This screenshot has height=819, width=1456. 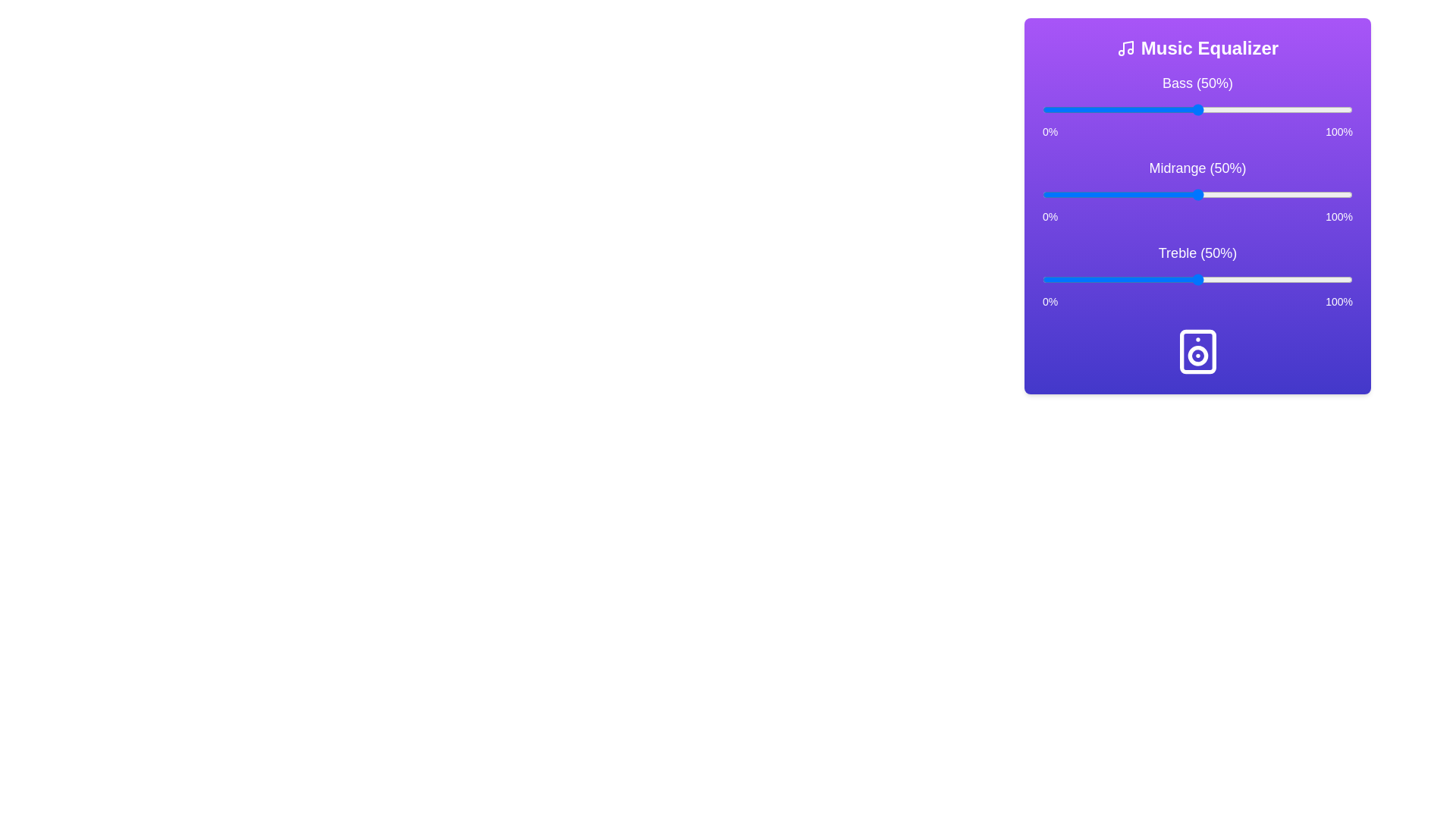 What do you see at coordinates (1241, 194) in the screenshot?
I see `the midrange level to 64% using the slider` at bounding box center [1241, 194].